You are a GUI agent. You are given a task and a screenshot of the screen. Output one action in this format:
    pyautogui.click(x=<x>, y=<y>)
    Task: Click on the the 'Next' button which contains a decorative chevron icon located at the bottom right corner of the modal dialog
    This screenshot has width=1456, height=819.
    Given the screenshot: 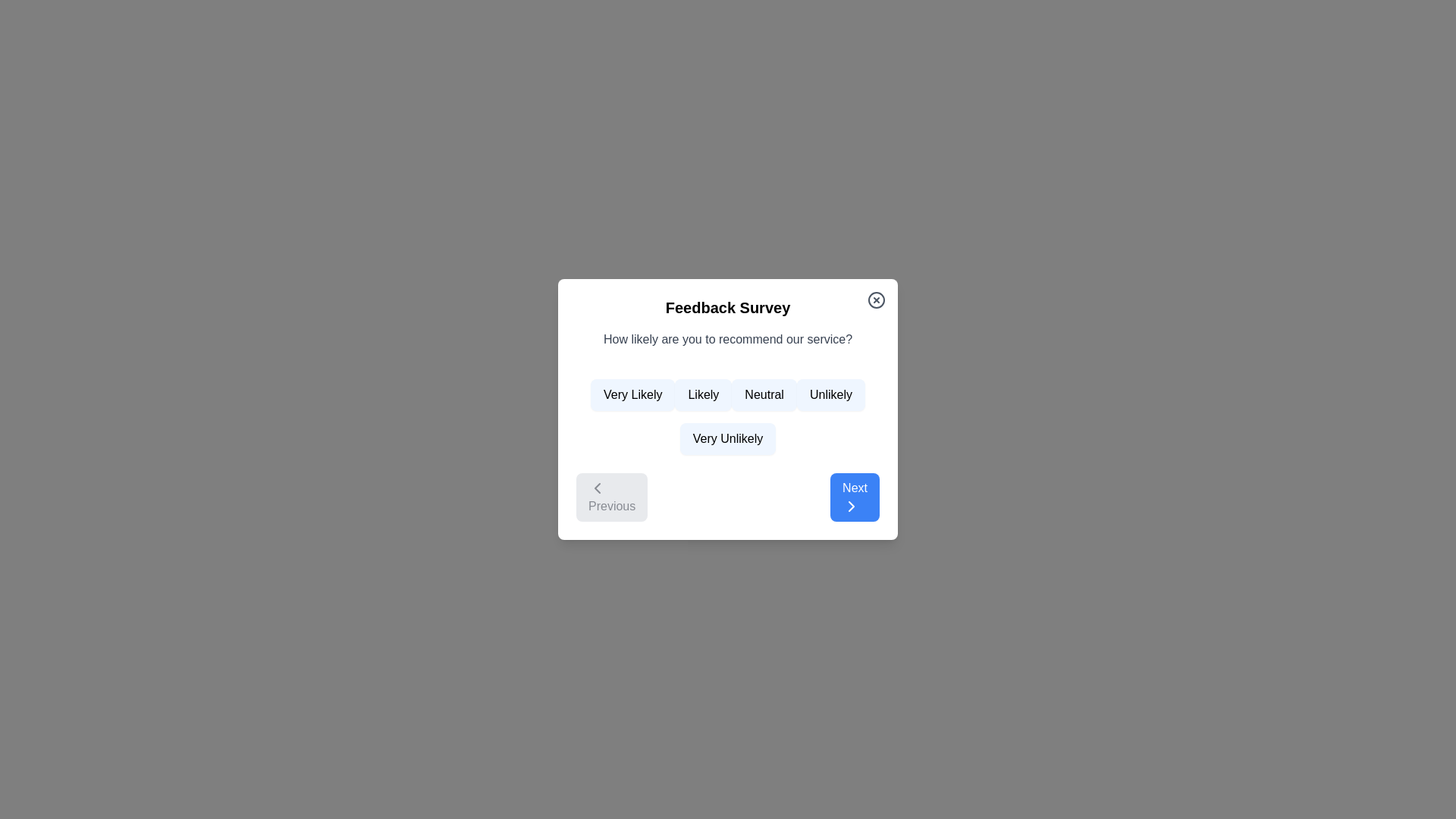 What is the action you would take?
    pyautogui.click(x=852, y=506)
    